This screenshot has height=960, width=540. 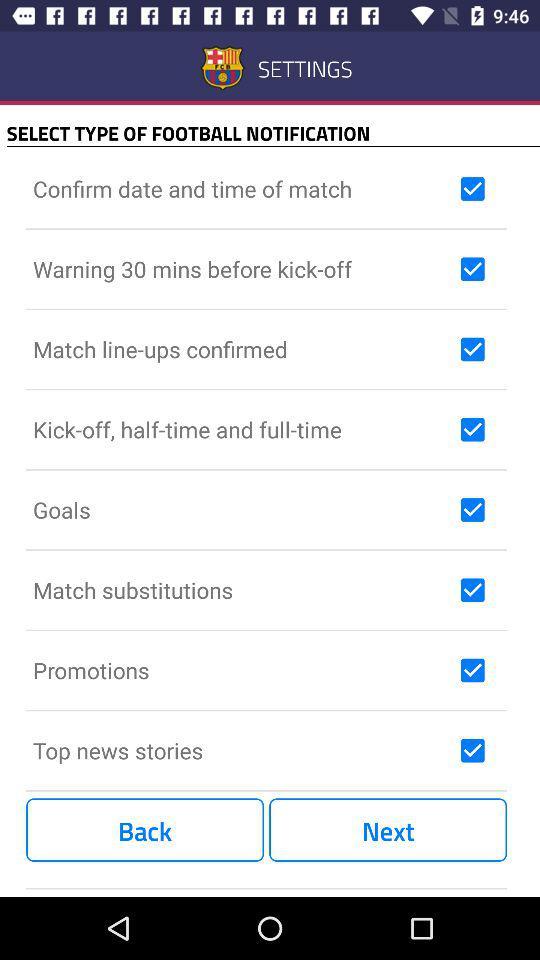 I want to click on the match line ups, so click(x=242, y=349).